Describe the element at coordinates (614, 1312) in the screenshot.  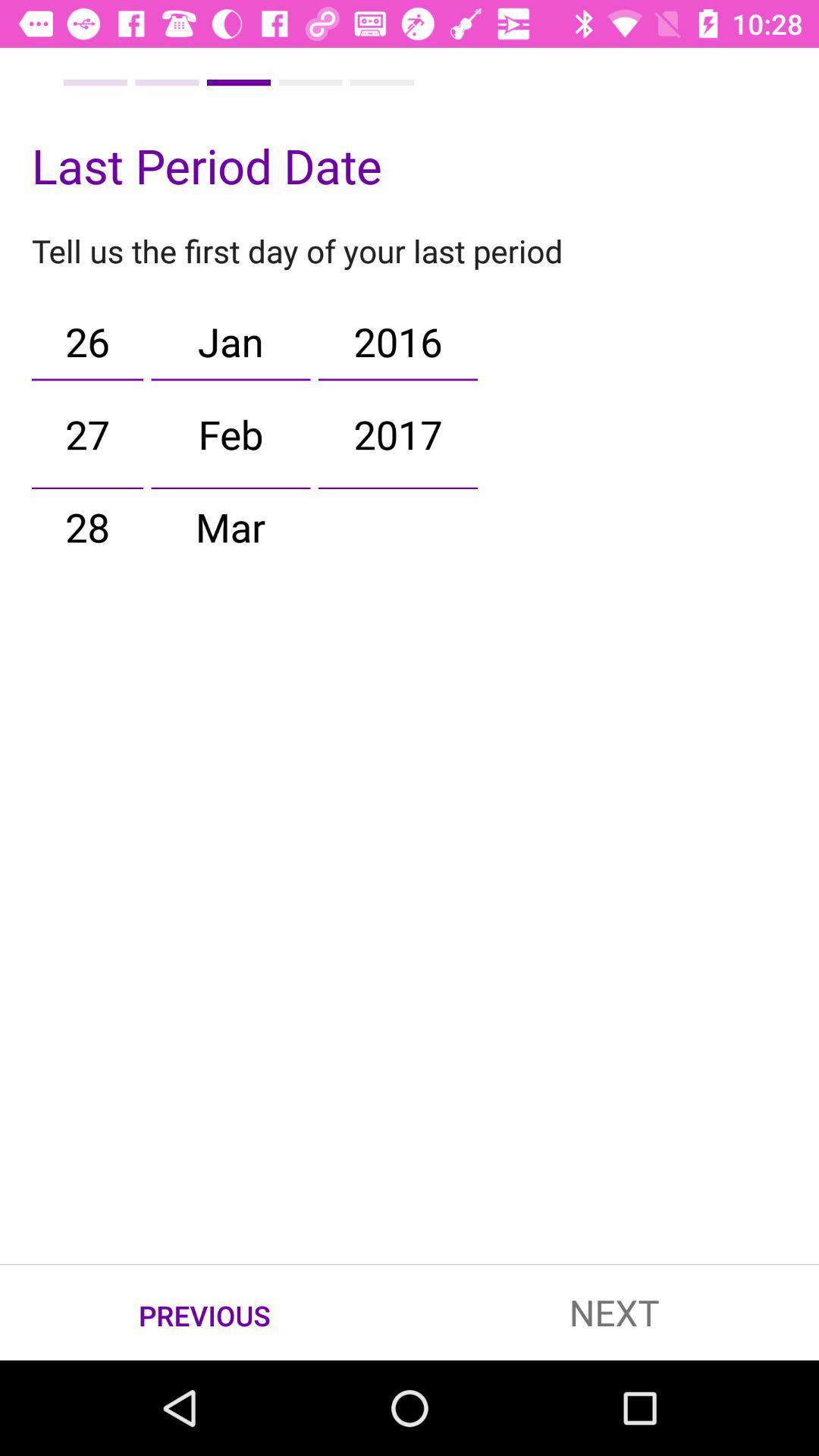
I see `the item next to previous item` at that location.